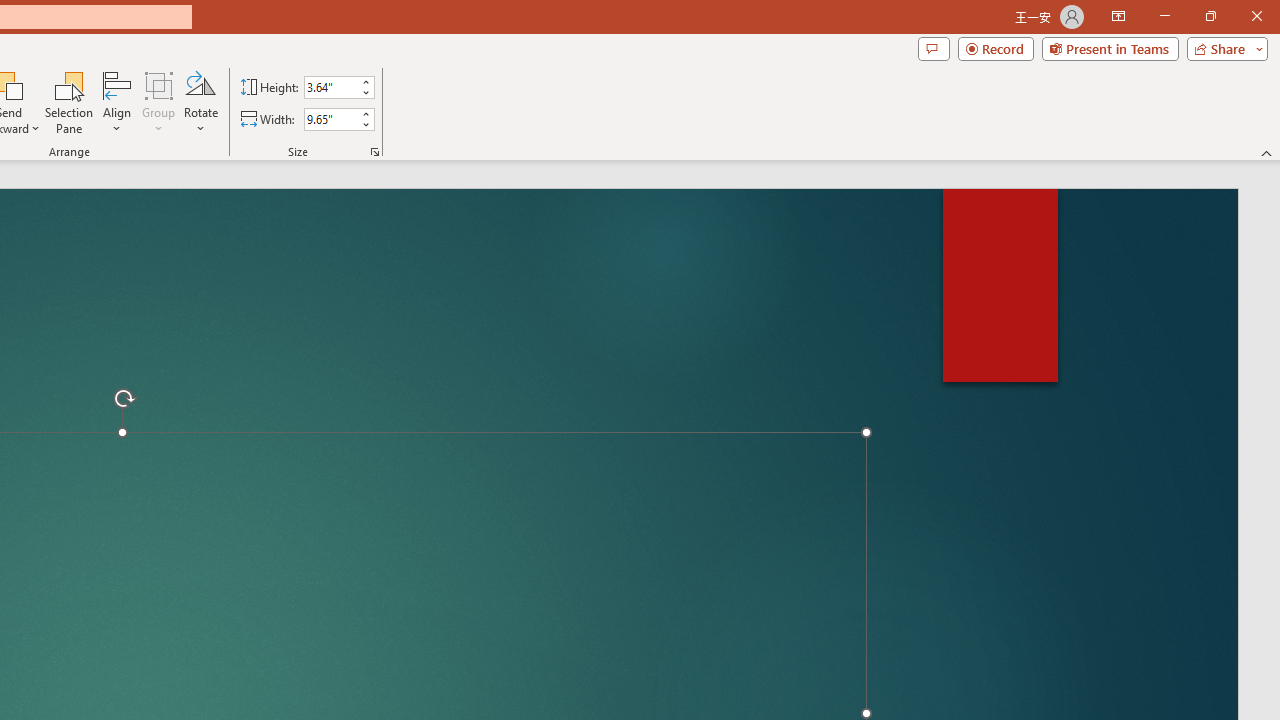 The width and height of the screenshot is (1280, 720). I want to click on 'Record', so click(995, 47).